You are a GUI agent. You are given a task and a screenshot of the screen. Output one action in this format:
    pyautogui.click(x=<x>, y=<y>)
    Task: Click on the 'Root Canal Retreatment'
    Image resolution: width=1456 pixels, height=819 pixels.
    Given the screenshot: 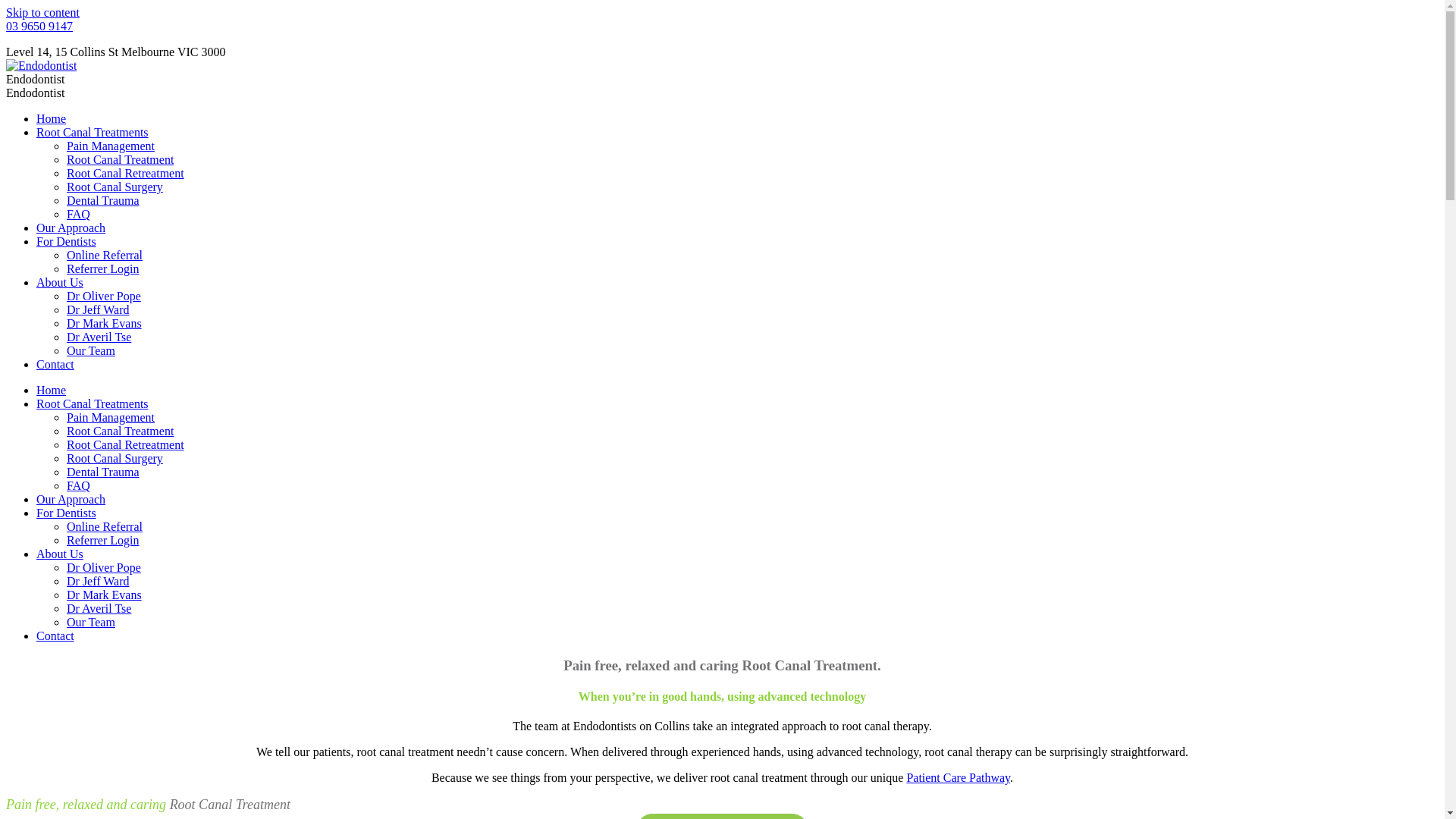 What is the action you would take?
    pyautogui.click(x=125, y=444)
    